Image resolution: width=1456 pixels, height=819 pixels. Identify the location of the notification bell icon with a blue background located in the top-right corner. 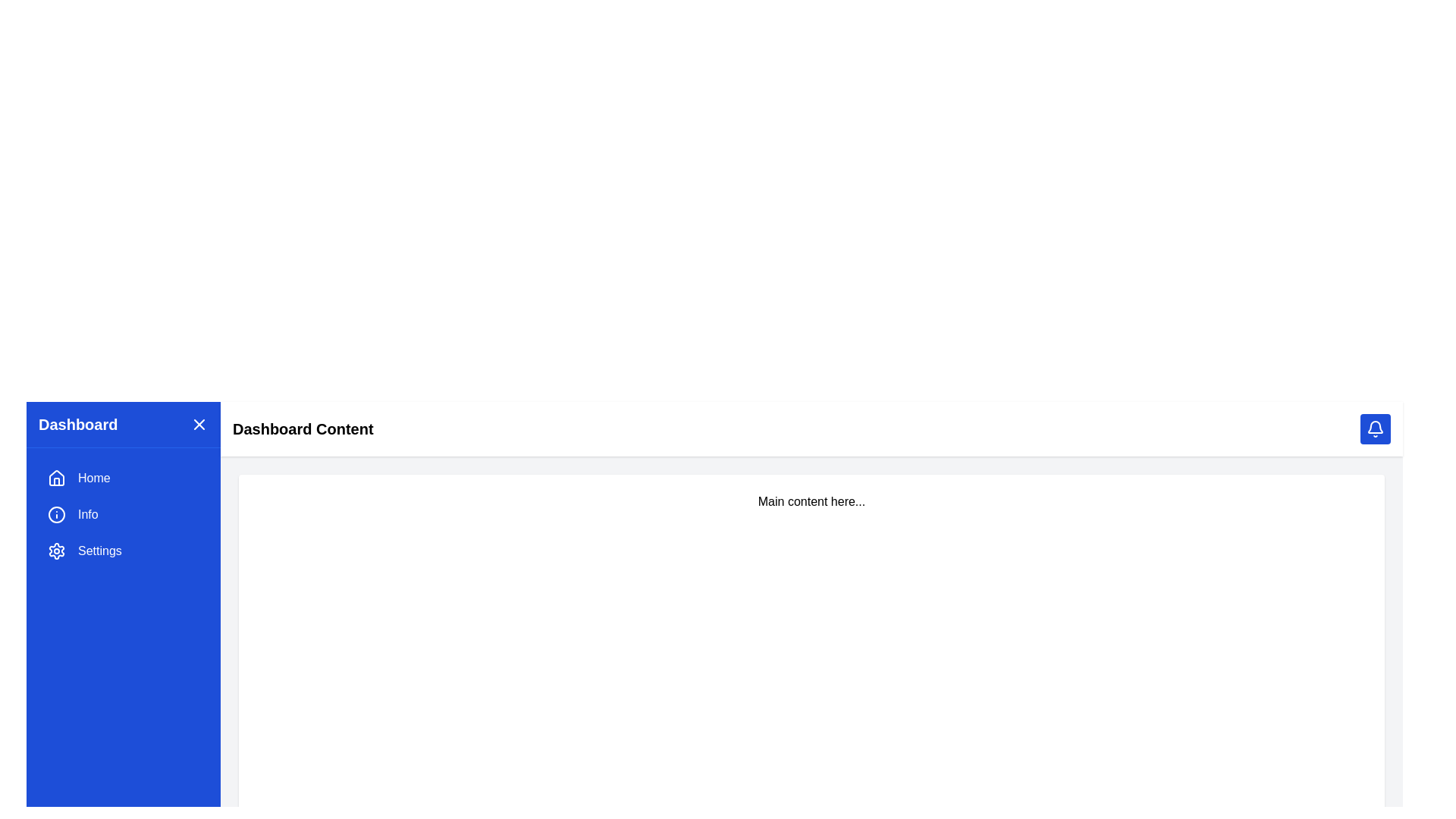
(1376, 429).